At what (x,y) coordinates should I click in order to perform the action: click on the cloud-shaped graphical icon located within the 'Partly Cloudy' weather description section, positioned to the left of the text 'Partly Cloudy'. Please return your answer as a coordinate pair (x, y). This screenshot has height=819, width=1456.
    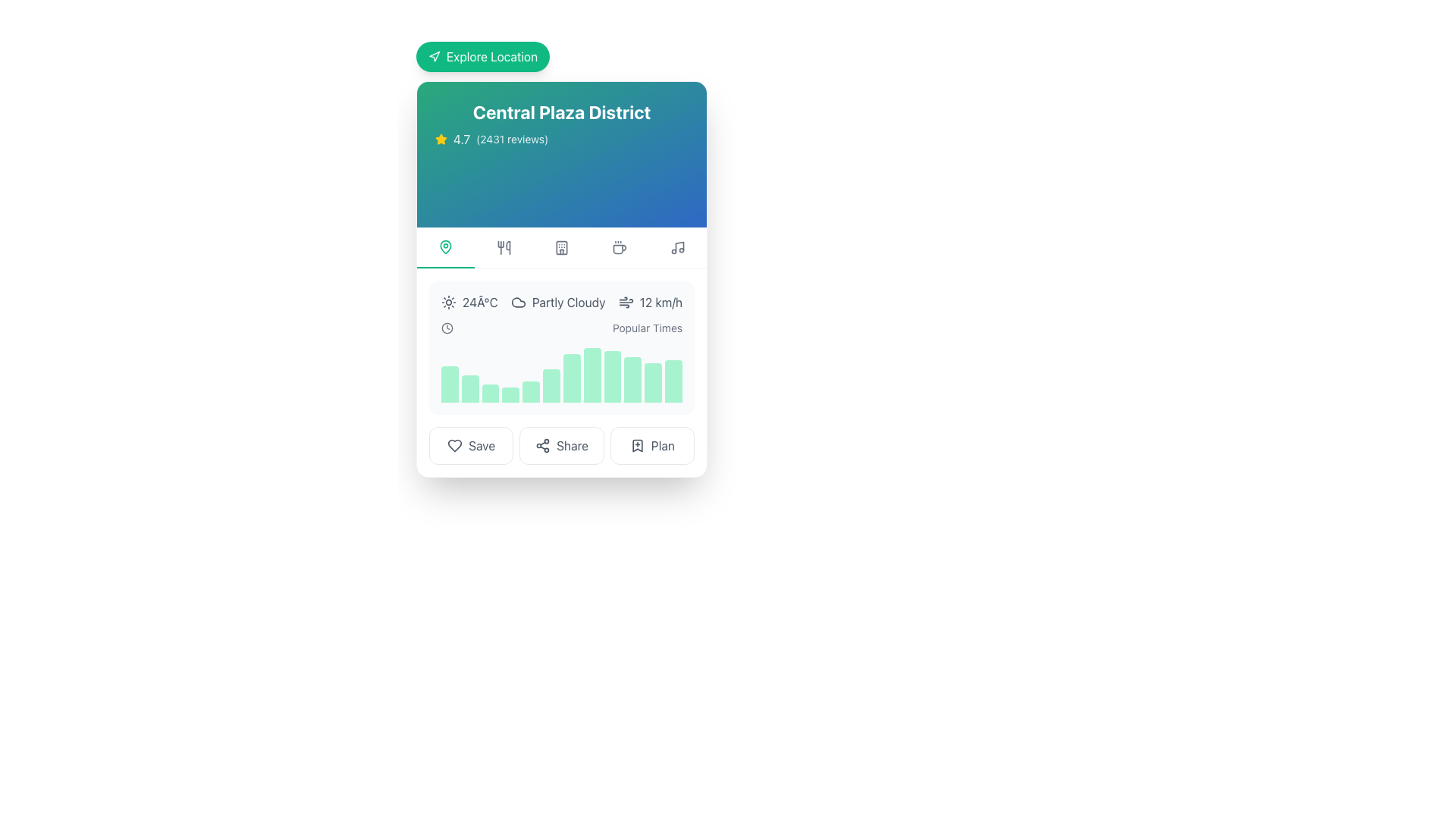
    Looking at the image, I should click on (518, 302).